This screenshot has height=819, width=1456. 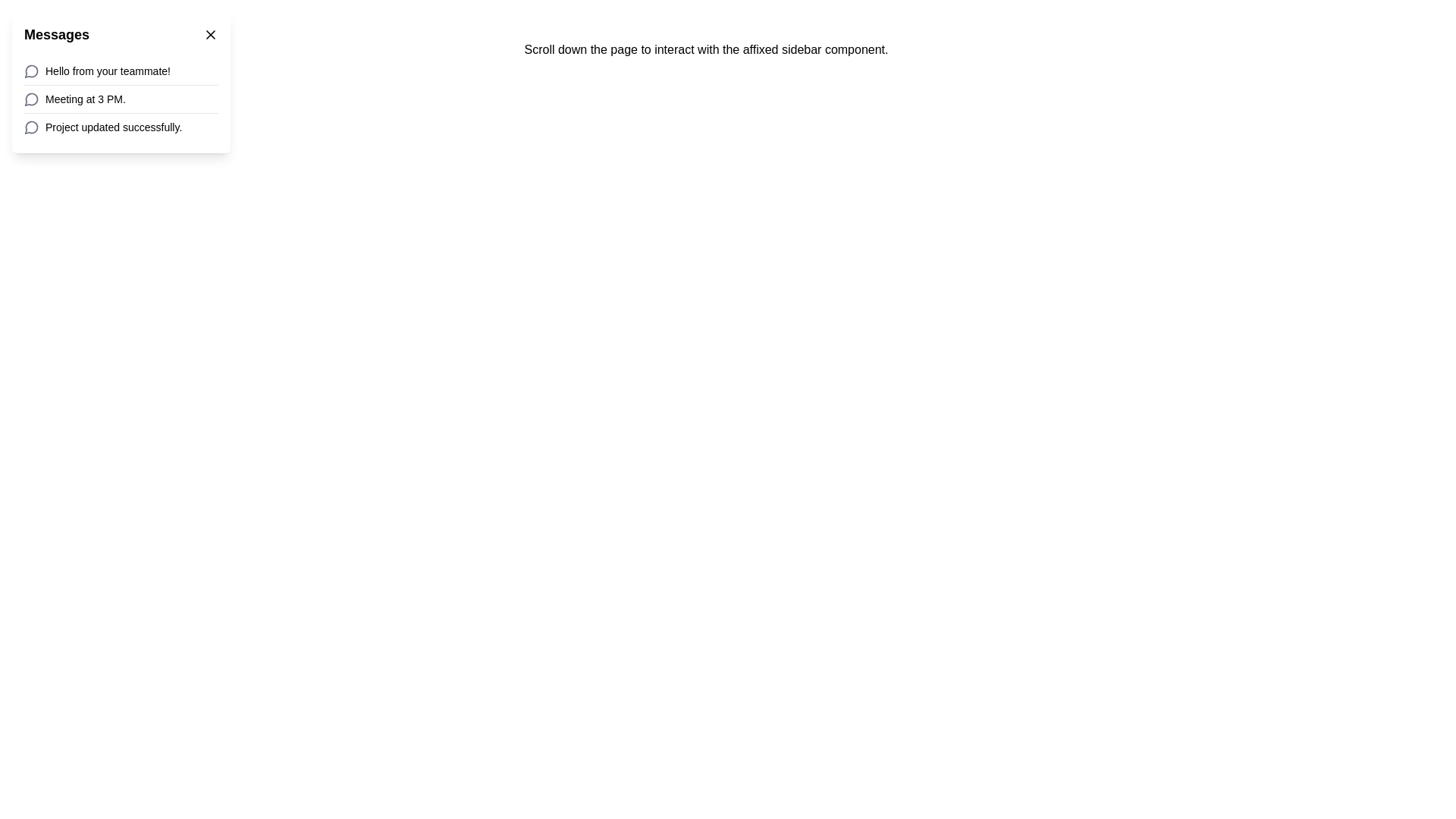 What do you see at coordinates (120, 126) in the screenshot?
I see `notification that states 'Project updated successfully.' located in the sidebar as the last item in the notification list` at bounding box center [120, 126].